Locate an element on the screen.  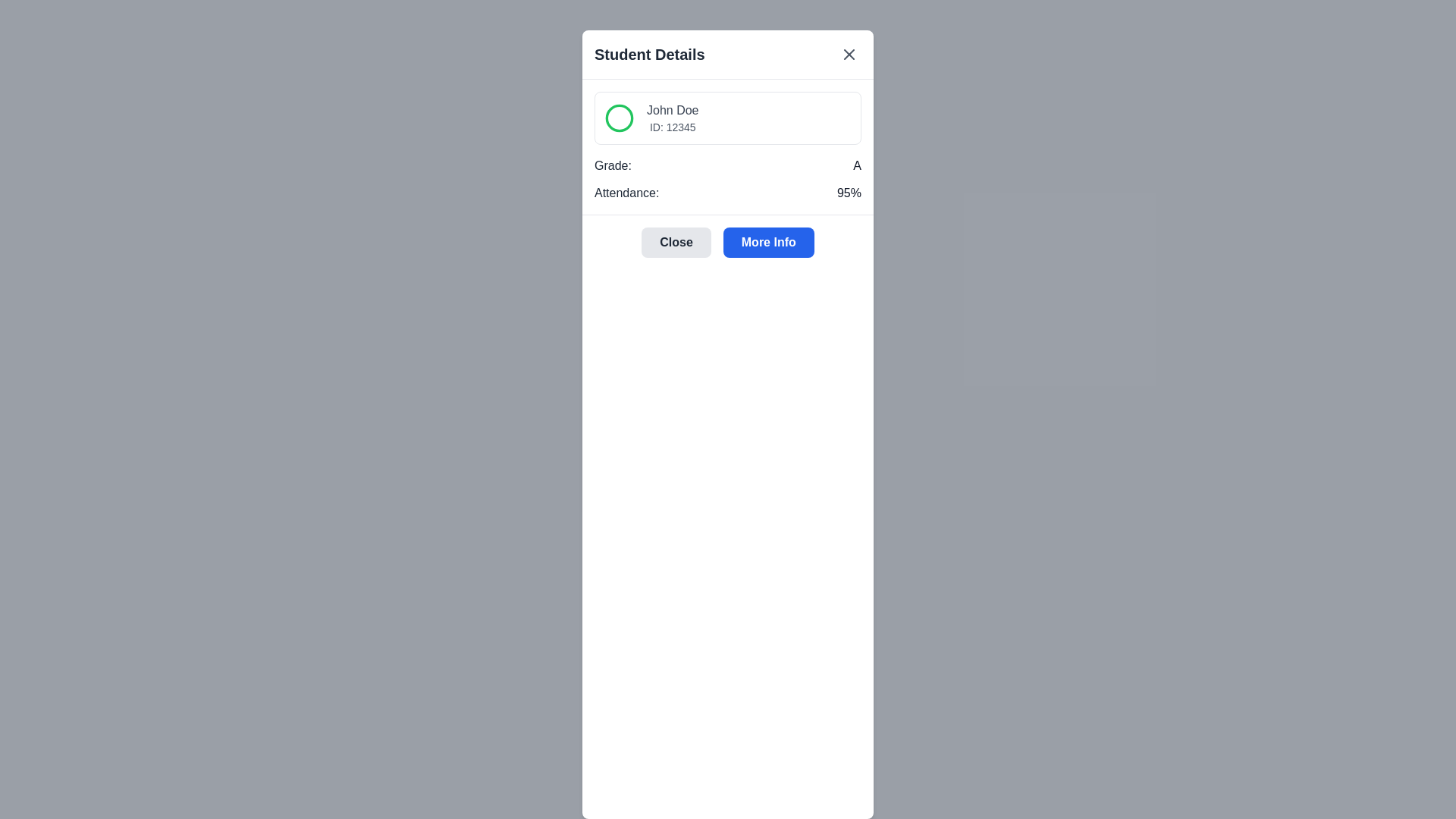
the close button located at the bottom center of the modal is located at coordinates (676, 242).